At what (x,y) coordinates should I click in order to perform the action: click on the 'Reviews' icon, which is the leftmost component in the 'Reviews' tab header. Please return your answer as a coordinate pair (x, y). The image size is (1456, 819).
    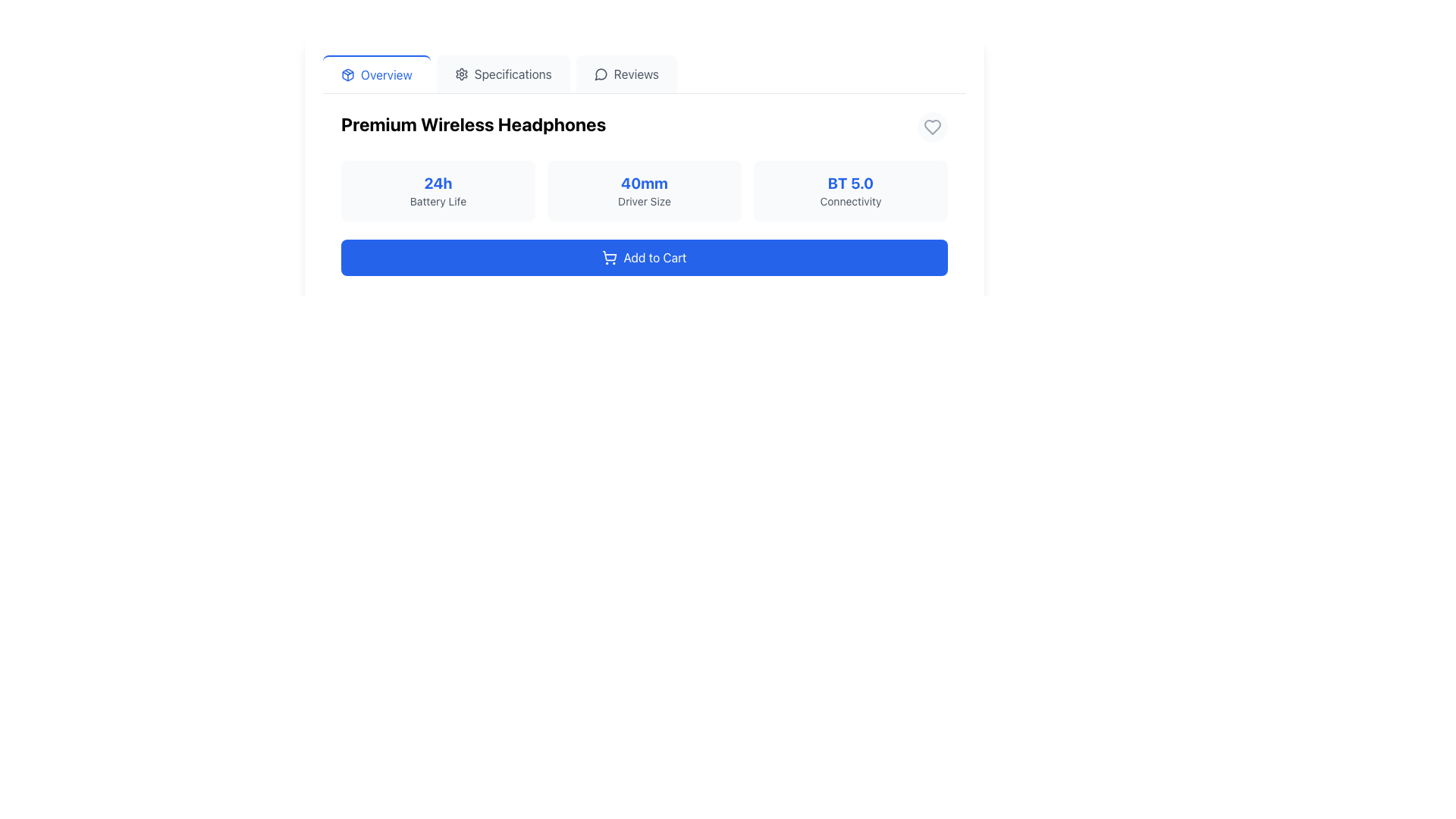
    Looking at the image, I should click on (600, 74).